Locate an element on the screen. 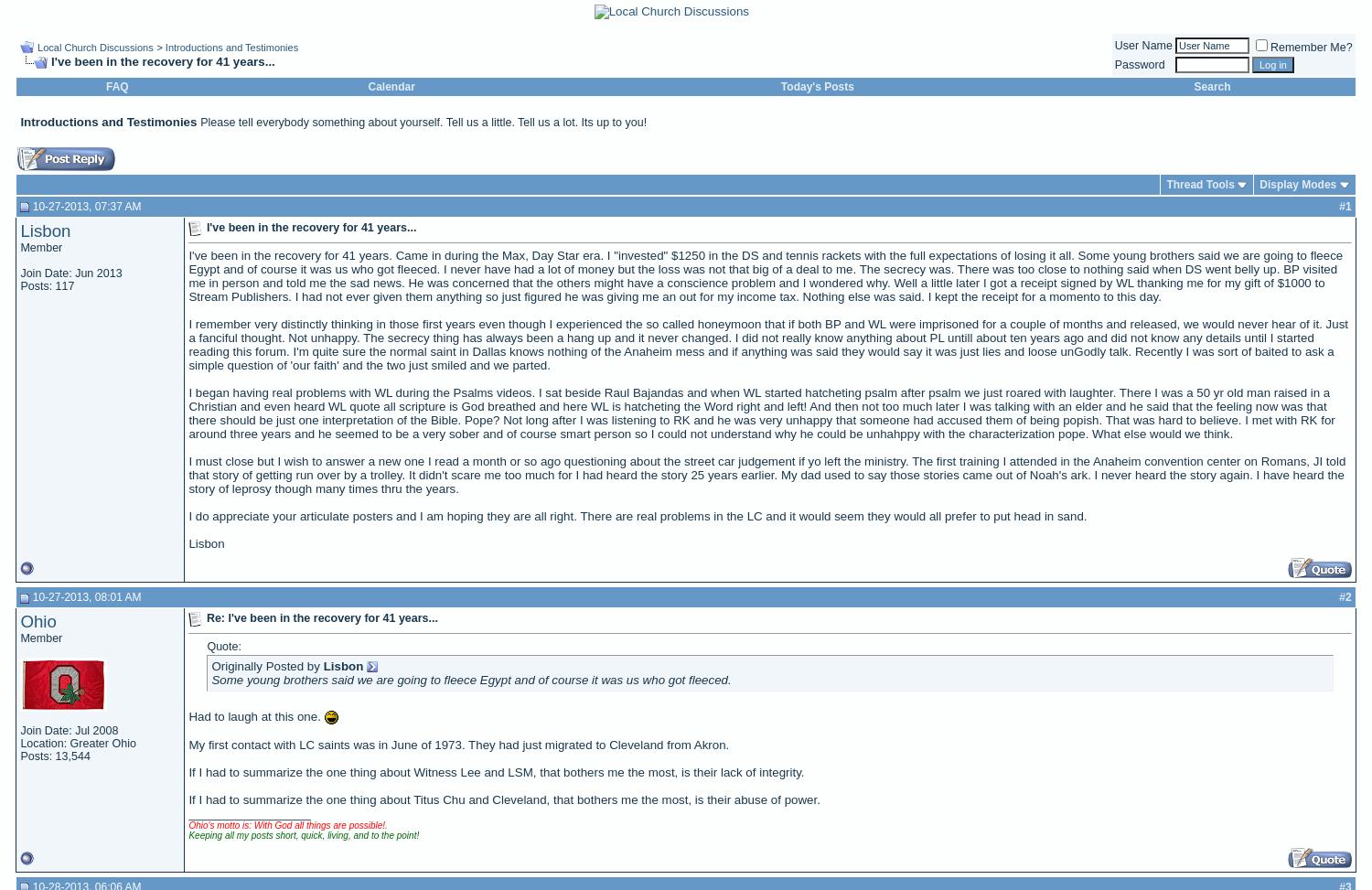 The height and width of the screenshot is (890, 1372). '>' is located at coordinates (160, 47).